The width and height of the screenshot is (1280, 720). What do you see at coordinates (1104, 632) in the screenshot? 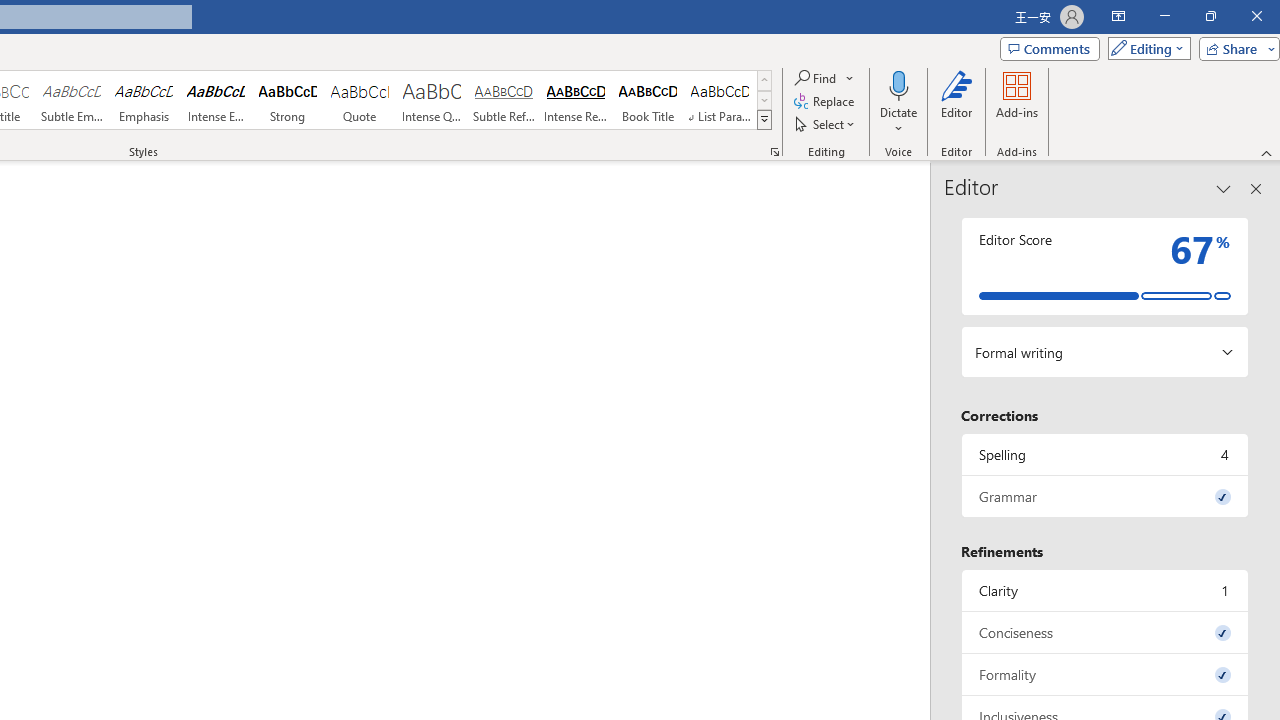
I see `'Conciseness, 0 issues. Press space or enter to review items.'` at bounding box center [1104, 632].